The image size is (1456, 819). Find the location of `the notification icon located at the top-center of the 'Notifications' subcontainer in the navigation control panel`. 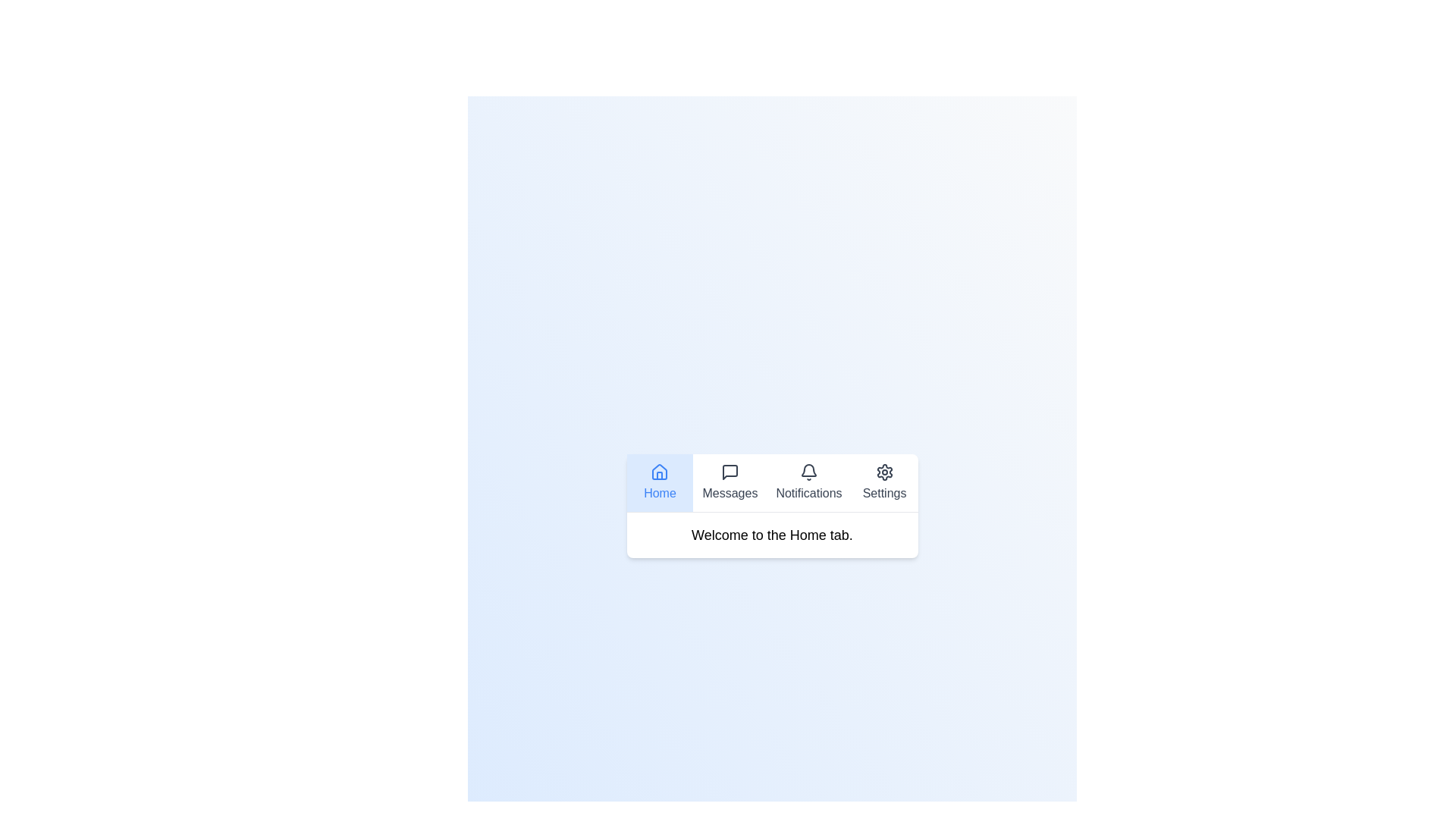

the notification icon located at the top-center of the 'Notifications' subcontainer in the navigation control panel is located at coordinates (808, 471).